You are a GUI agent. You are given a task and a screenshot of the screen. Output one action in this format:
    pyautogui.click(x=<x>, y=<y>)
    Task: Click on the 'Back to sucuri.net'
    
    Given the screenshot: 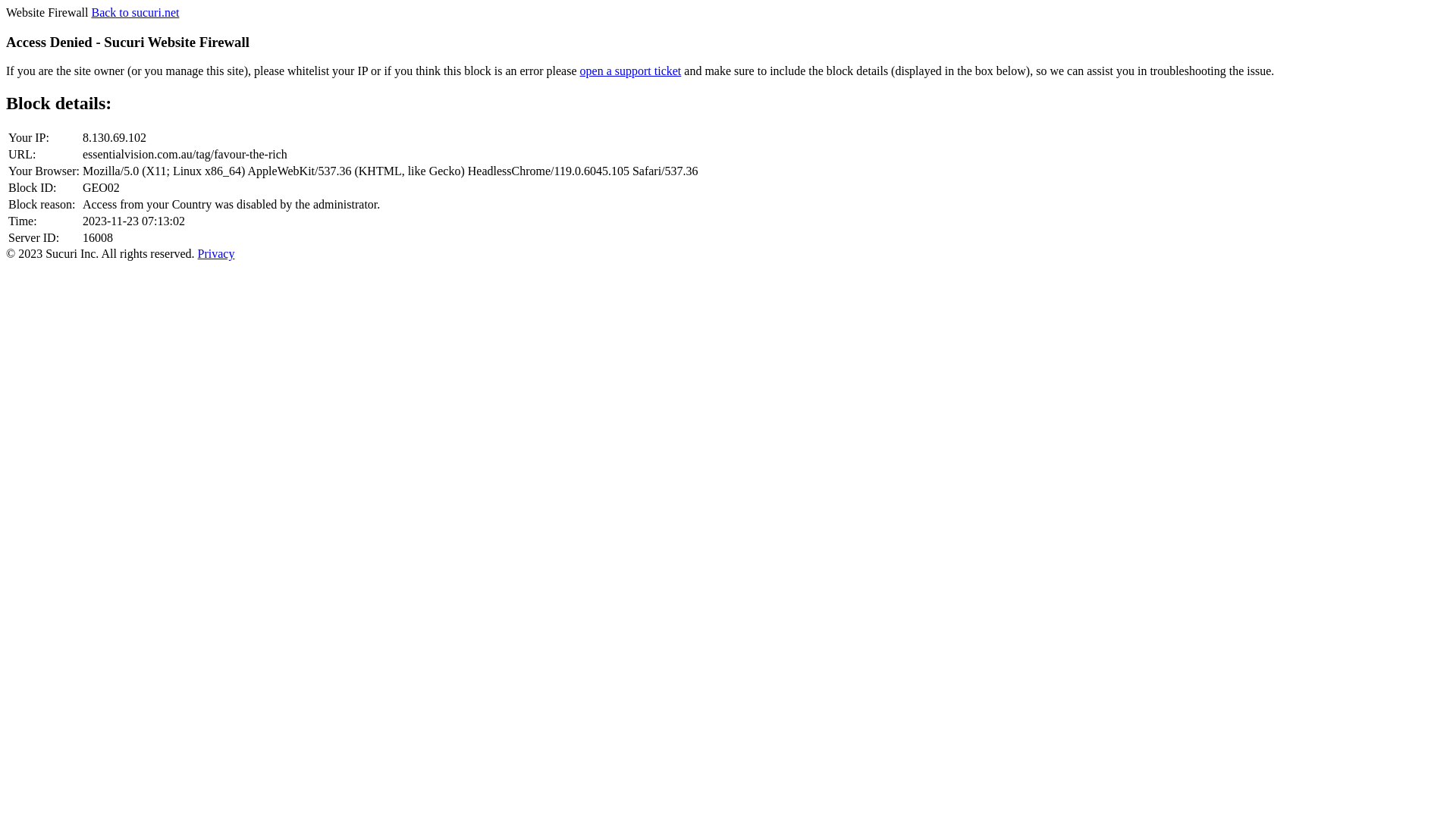 What is the action you would take?
    pyautogui.click(x=90, y=12)
    